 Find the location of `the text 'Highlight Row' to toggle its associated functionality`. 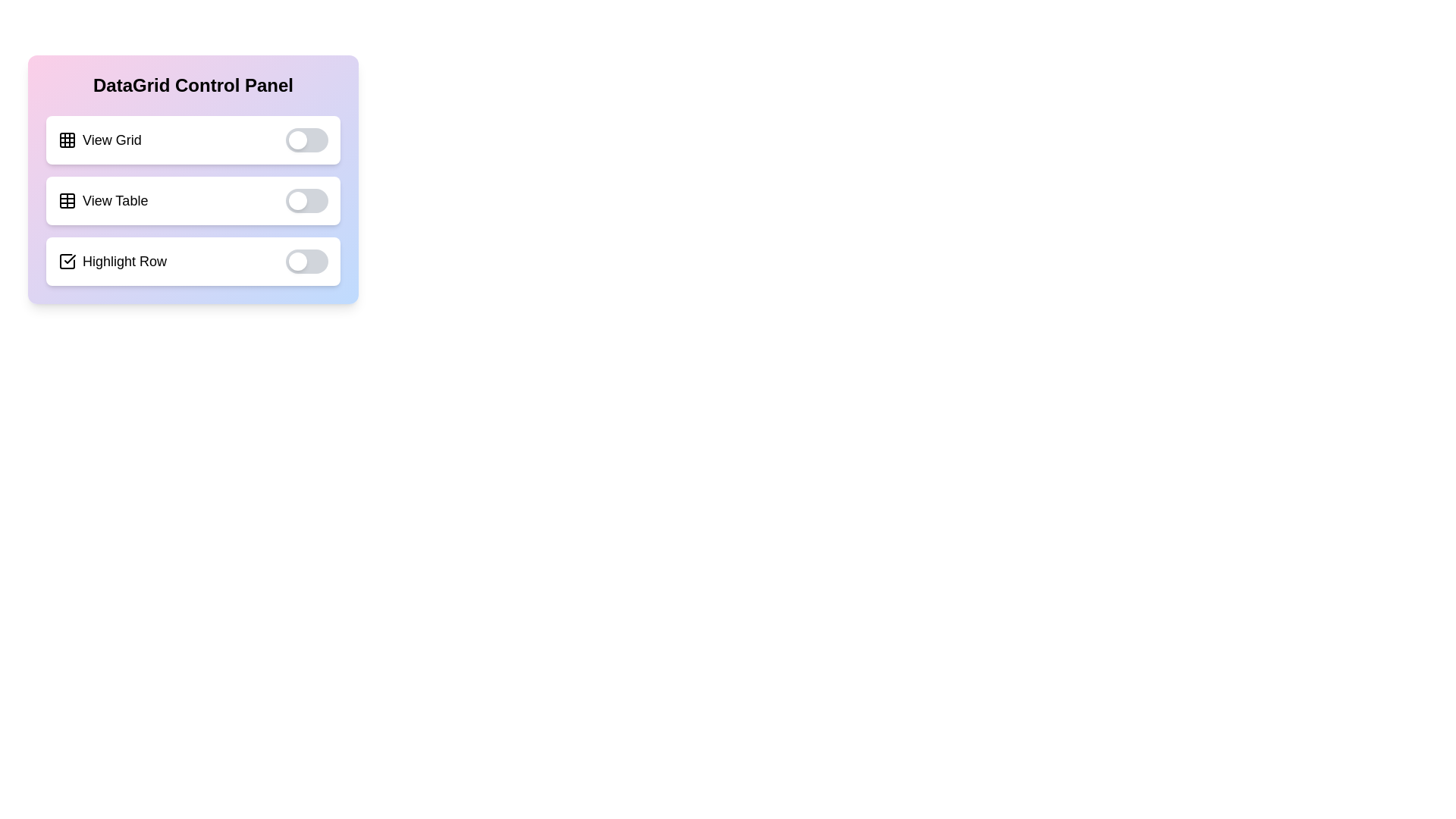

the text 'Highlight Row' to toggle its associated functionality is located at coordinates (192, 260).